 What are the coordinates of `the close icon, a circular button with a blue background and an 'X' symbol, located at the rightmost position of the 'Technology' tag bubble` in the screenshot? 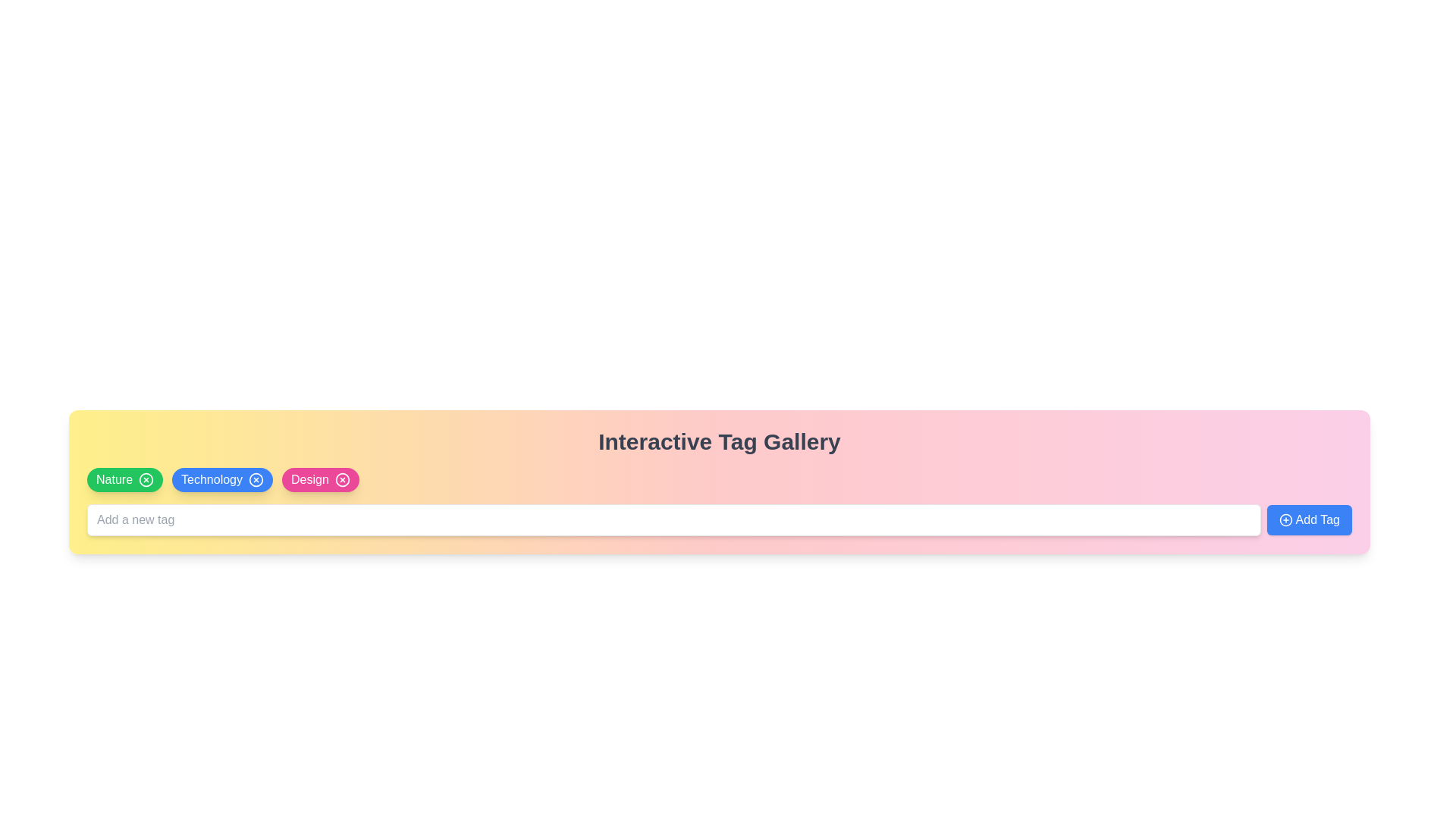 It's located at (256, 479).